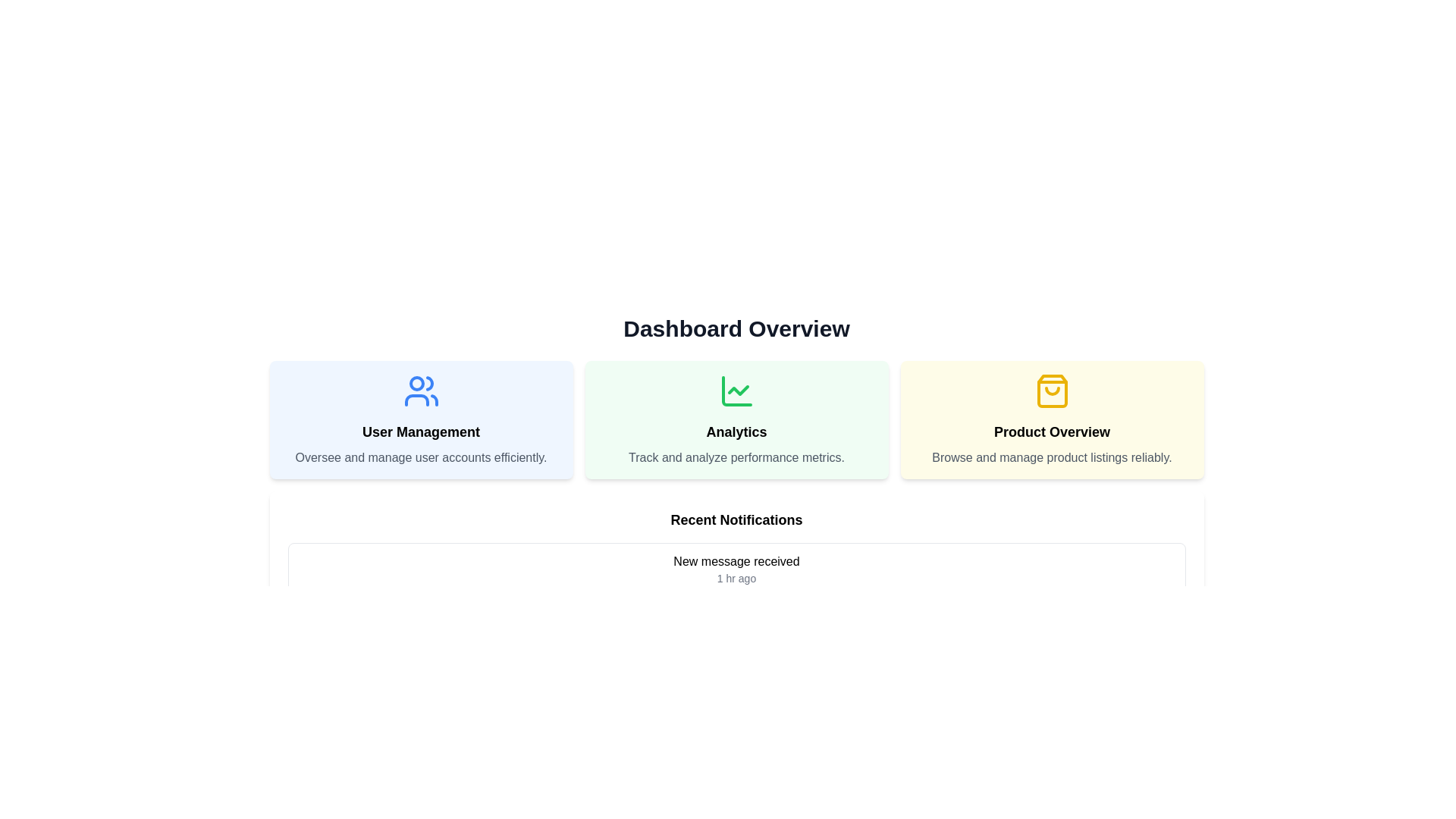 The image size is (1456, 819). What do you see at coordinates (421, 432) in the screenshot?
I see `the 'User Management' text label, which is displayed in bold font and positioned below the user icon in the leftmost column of the Dashboard Overview section` at bounding box center [421, 432].